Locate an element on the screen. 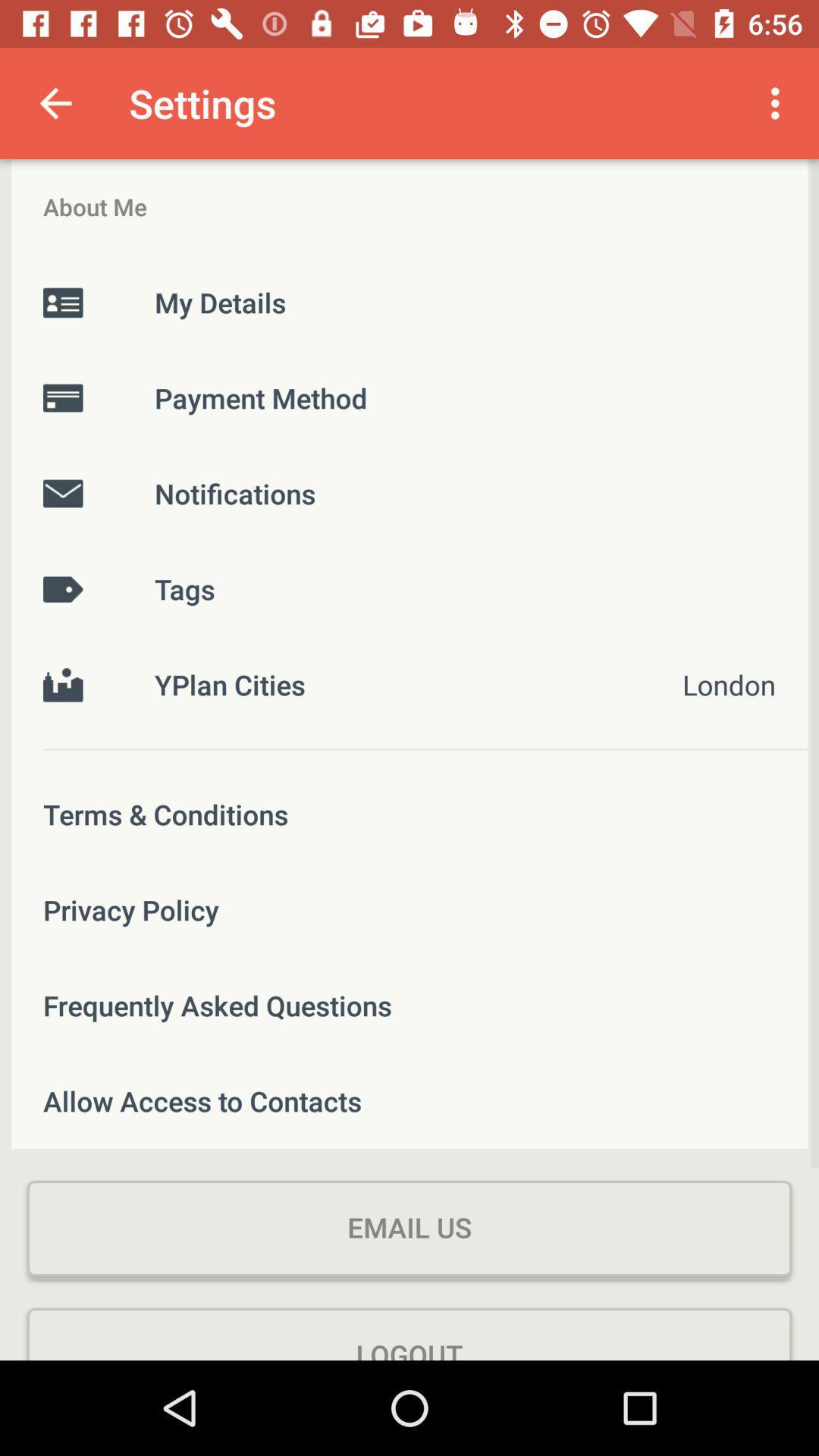 The height and width of the screenshot is (1456, 819). the app to the left of  settings is located at coordinates (55, 102).